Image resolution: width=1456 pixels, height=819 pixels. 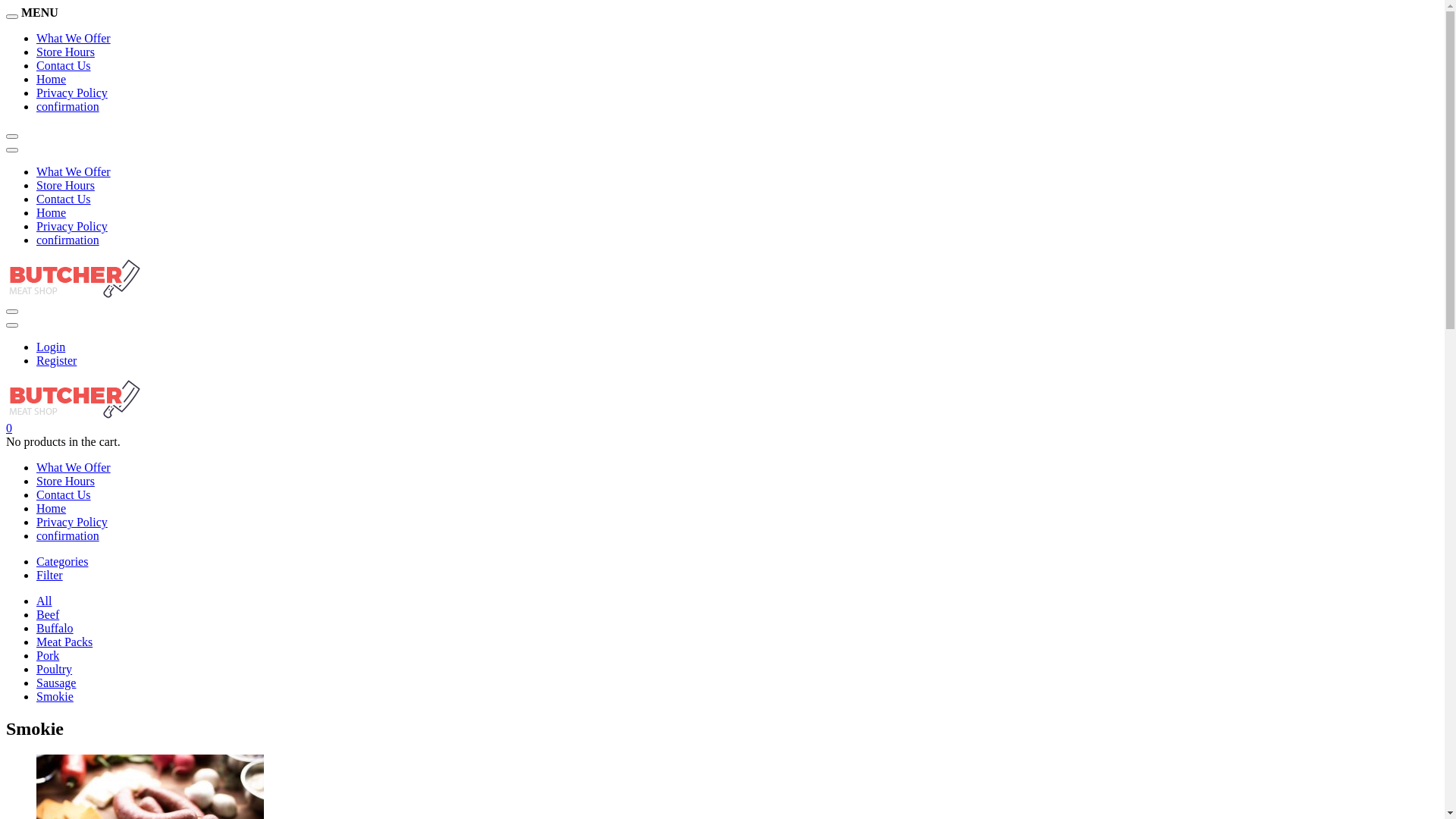 I want to click on '0', so click(x=6, y=428).